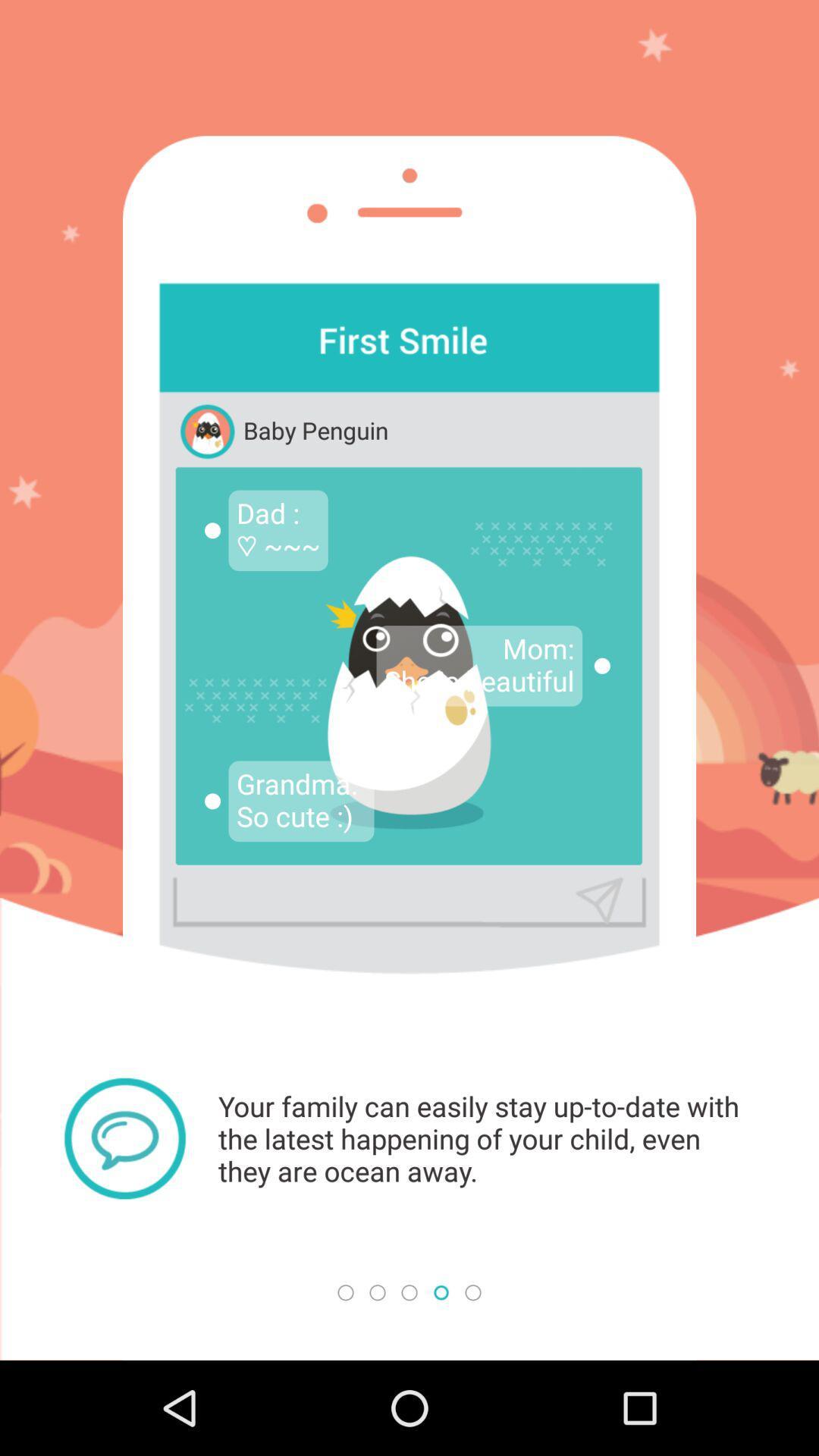 This screenshot has height=1456, width=819. Describe the element at coordinates (601, 666) in the screenshot. I see `the dot shown next to the text field mom` at that location.